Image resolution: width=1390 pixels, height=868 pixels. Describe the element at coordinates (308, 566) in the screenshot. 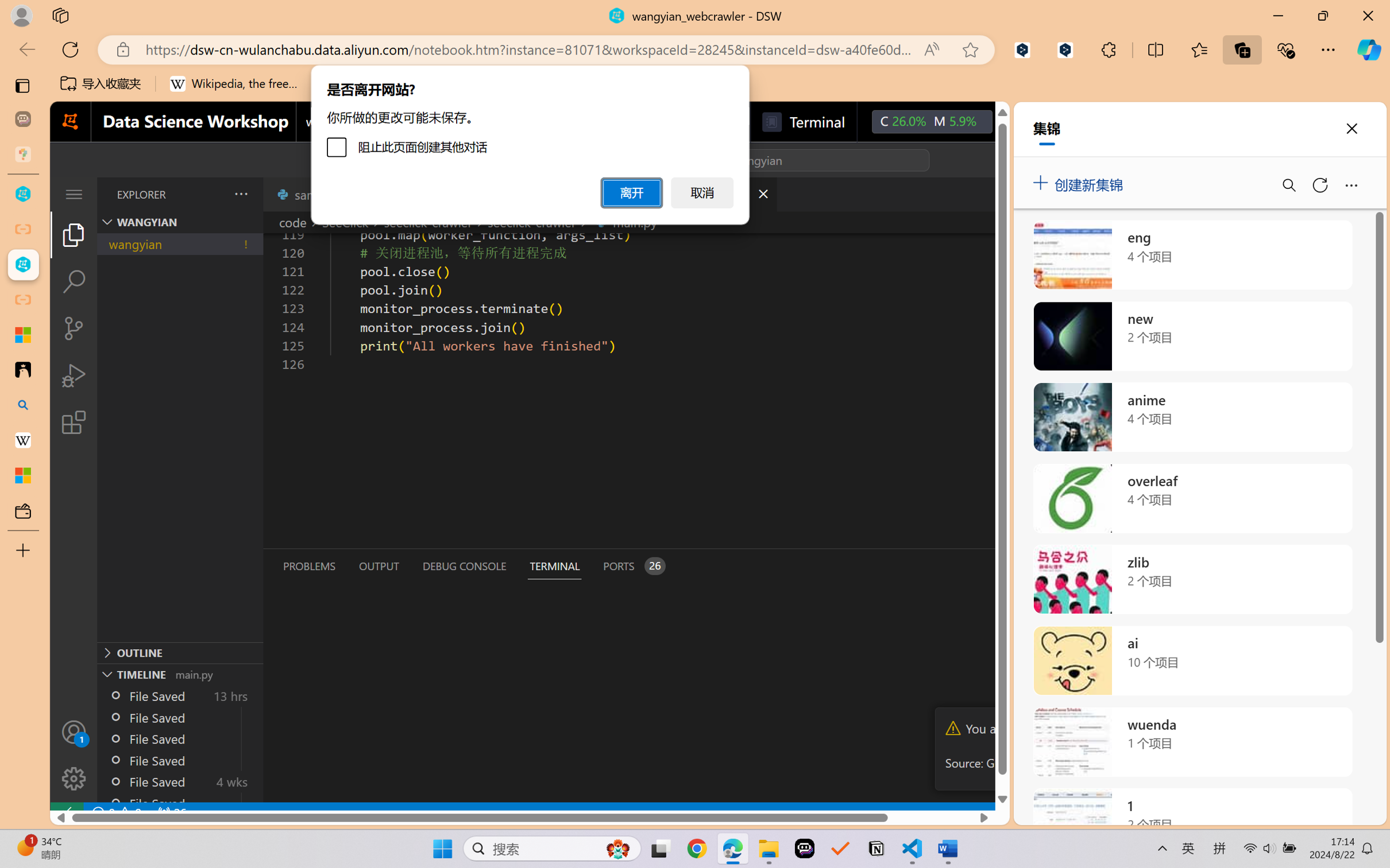

I see `'Problems (Ctrl+Shift+M)'` at that location.